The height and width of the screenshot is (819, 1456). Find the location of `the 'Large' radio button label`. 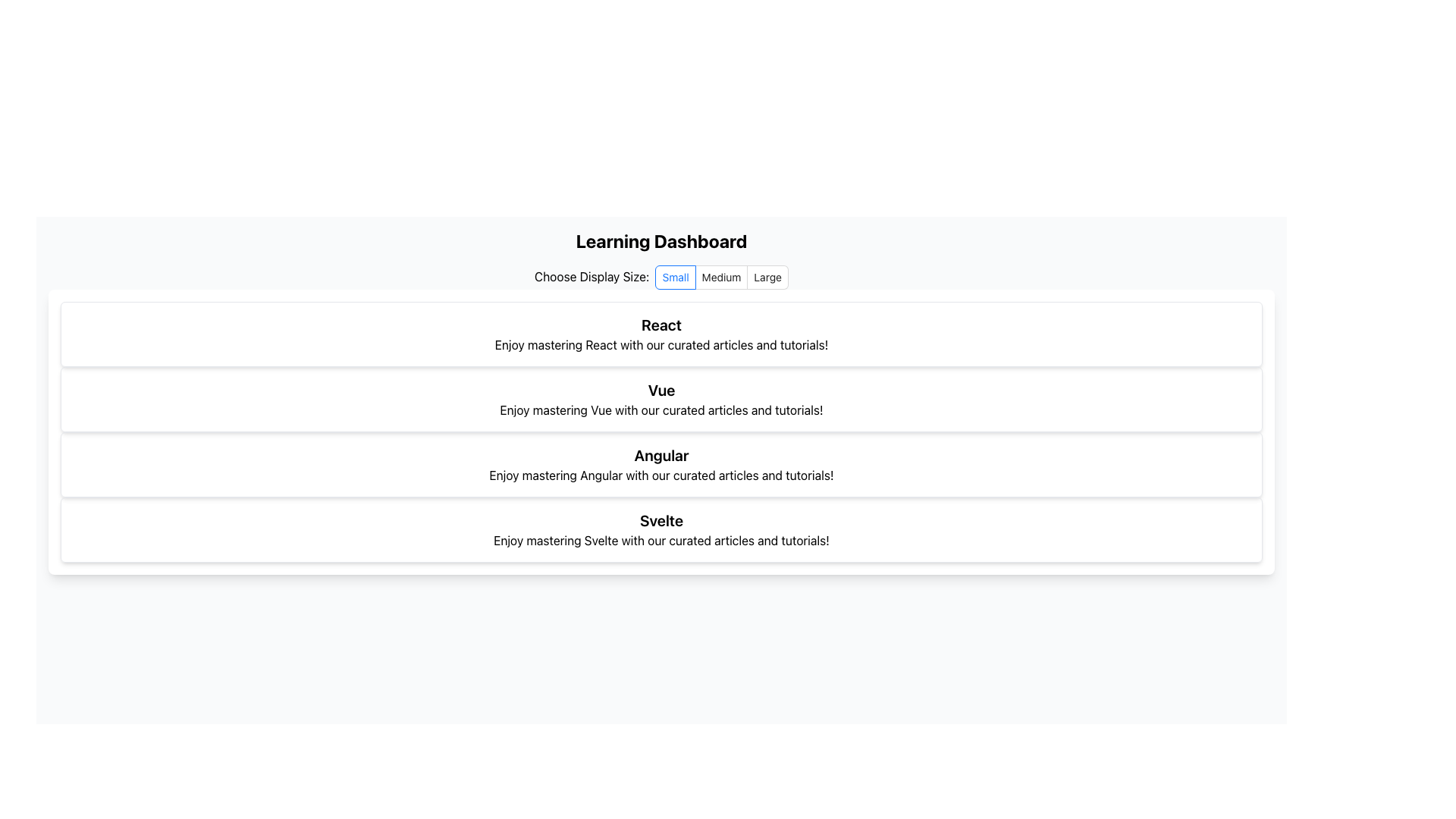

the 'Large' radio button label is located at coordinates (767, 277).